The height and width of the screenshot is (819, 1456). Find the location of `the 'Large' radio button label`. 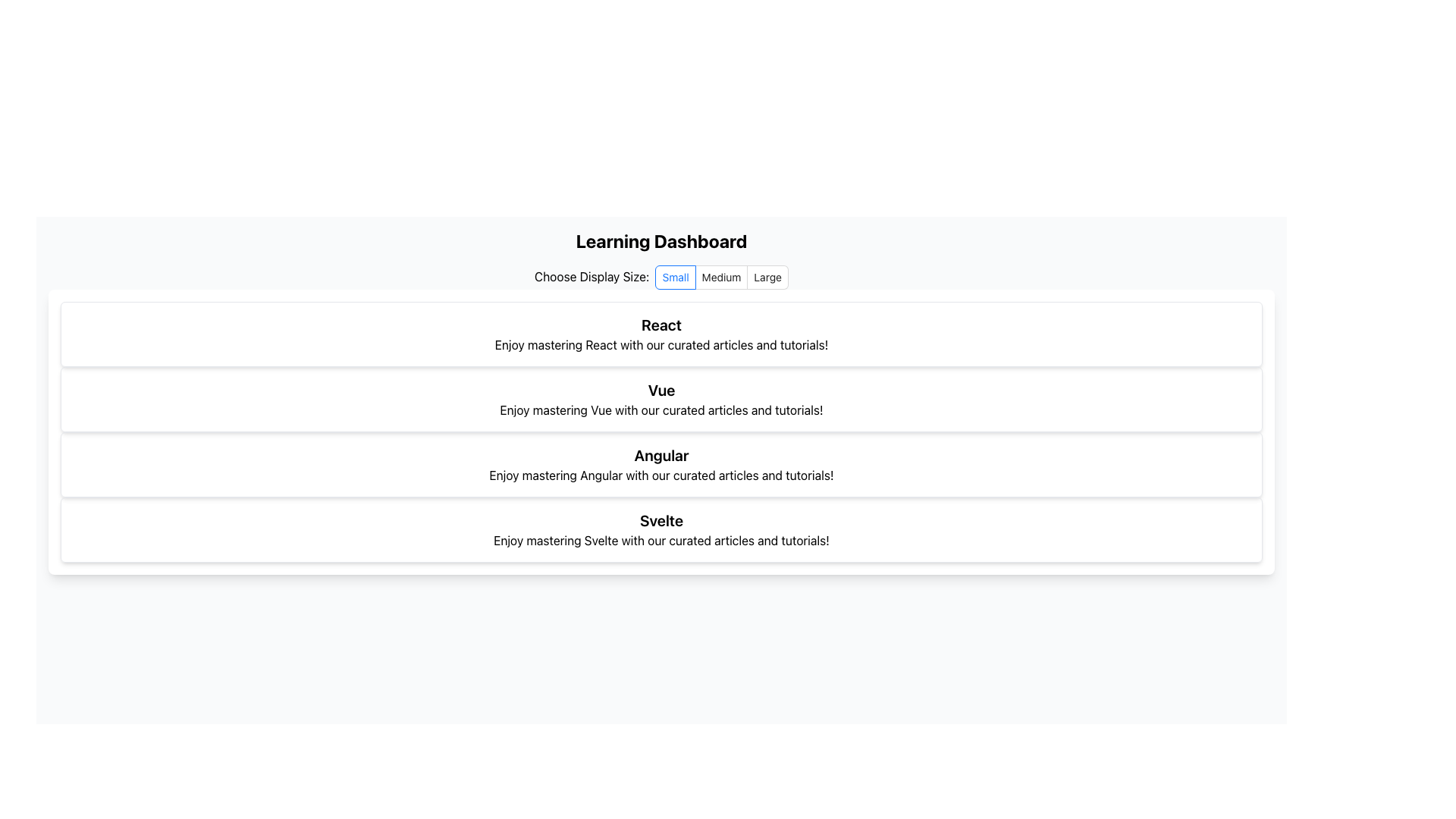

the 'Large' radio button label is located at coordinates (767, 277).